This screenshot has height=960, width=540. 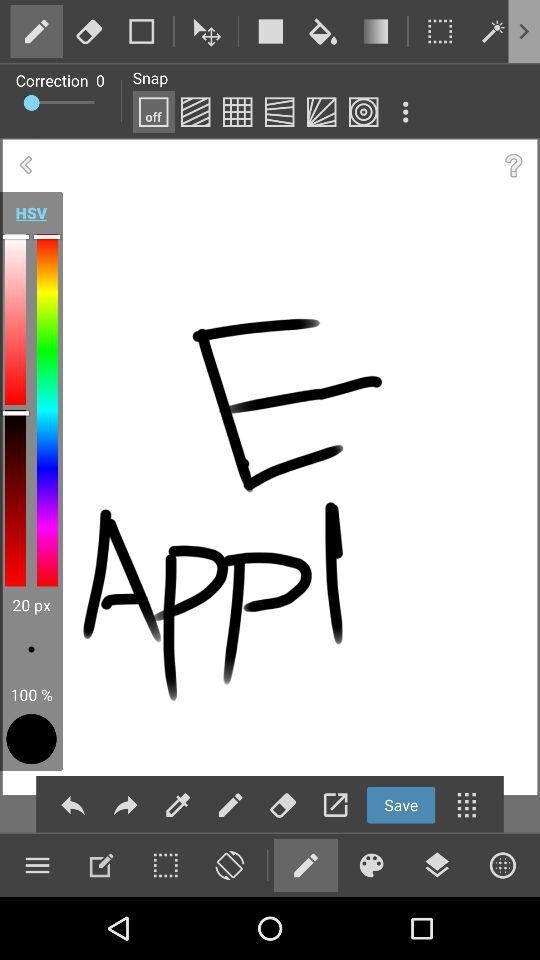 What do you see at coordinates (270, 30) in the screenshot?
I see `draw rectangle` at bounding box center [270, 30].